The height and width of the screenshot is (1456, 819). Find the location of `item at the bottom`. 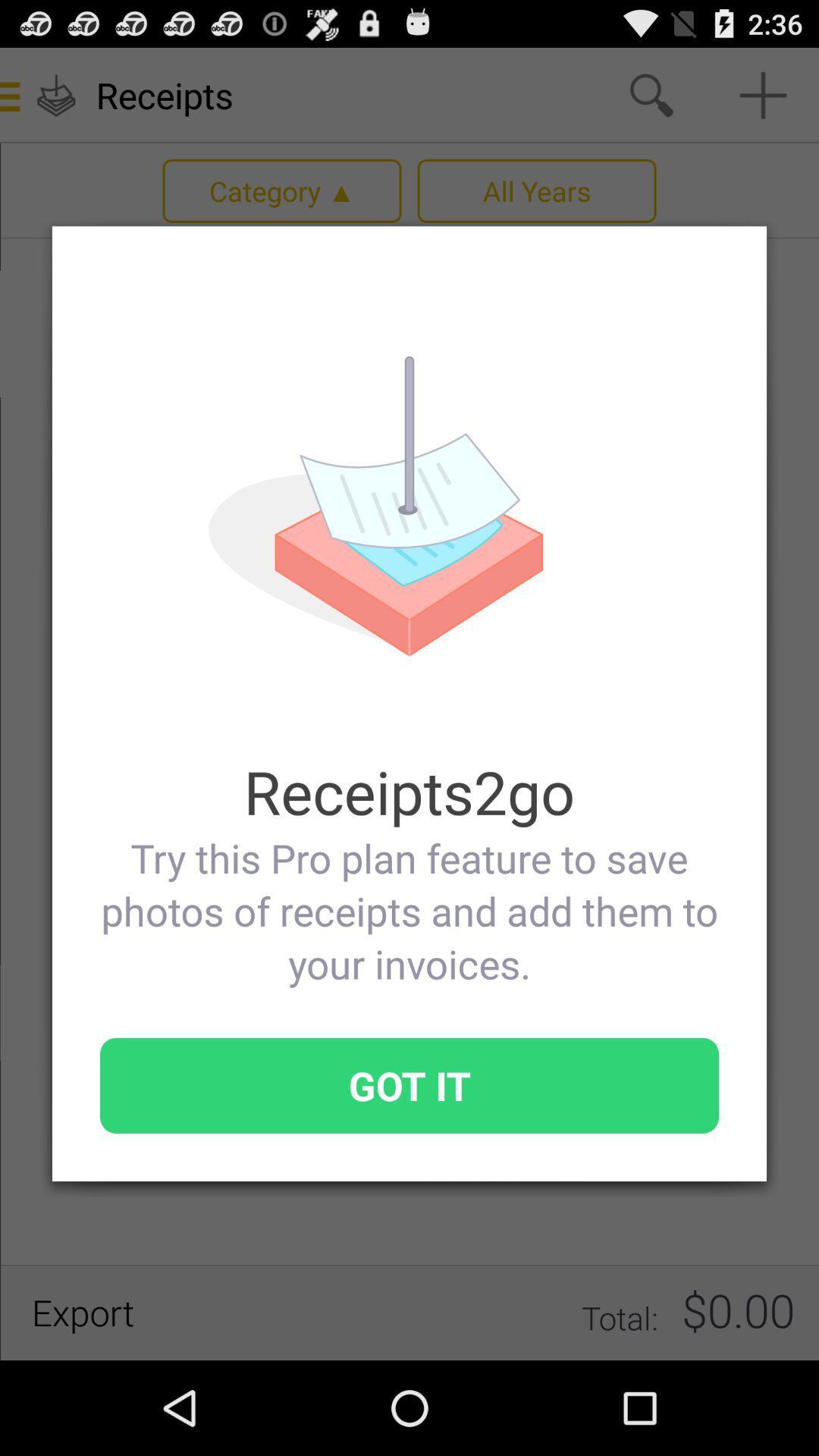

item at the bottom is located at coordinates (409, 1084).